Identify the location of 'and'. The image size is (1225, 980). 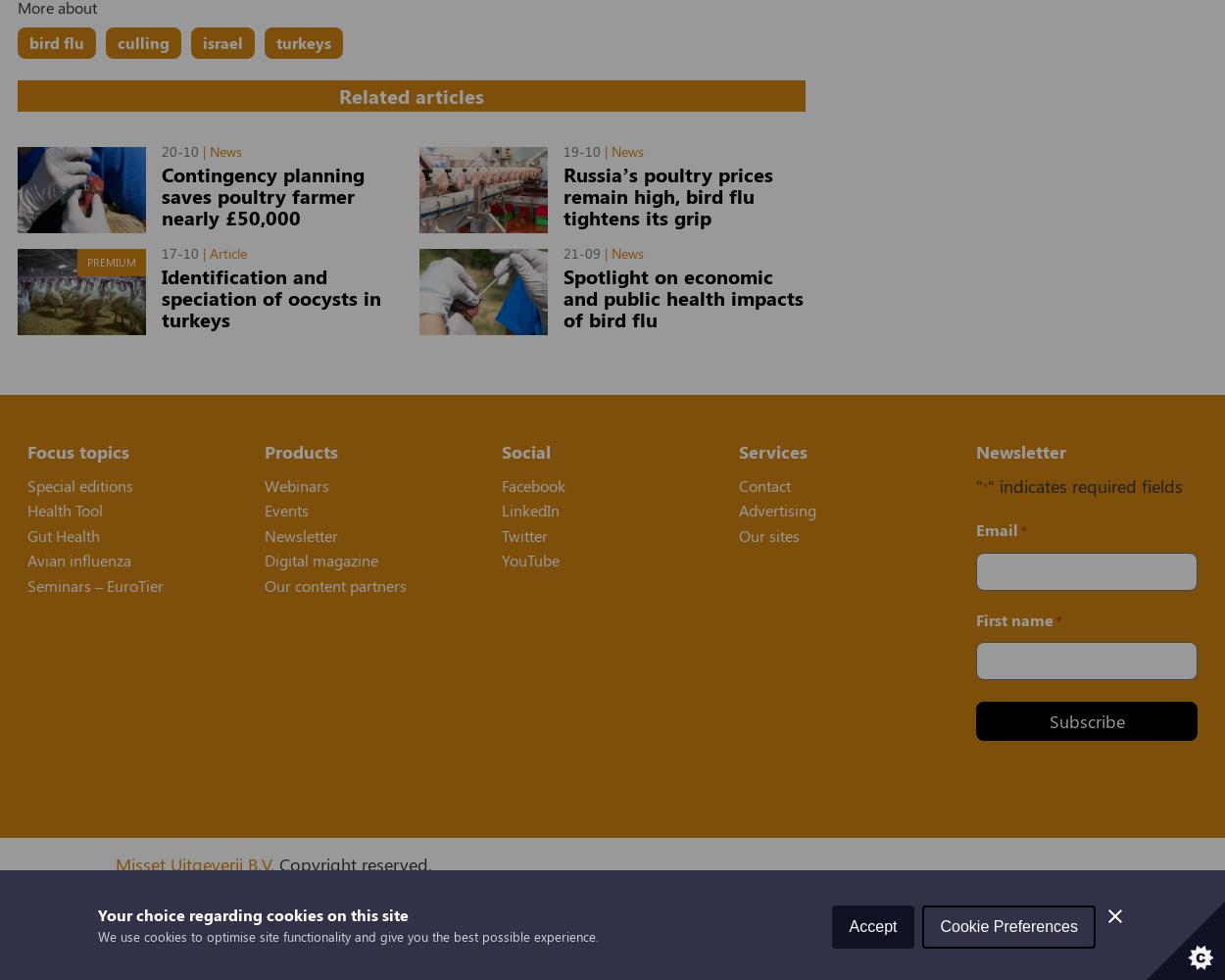
(697, 890).